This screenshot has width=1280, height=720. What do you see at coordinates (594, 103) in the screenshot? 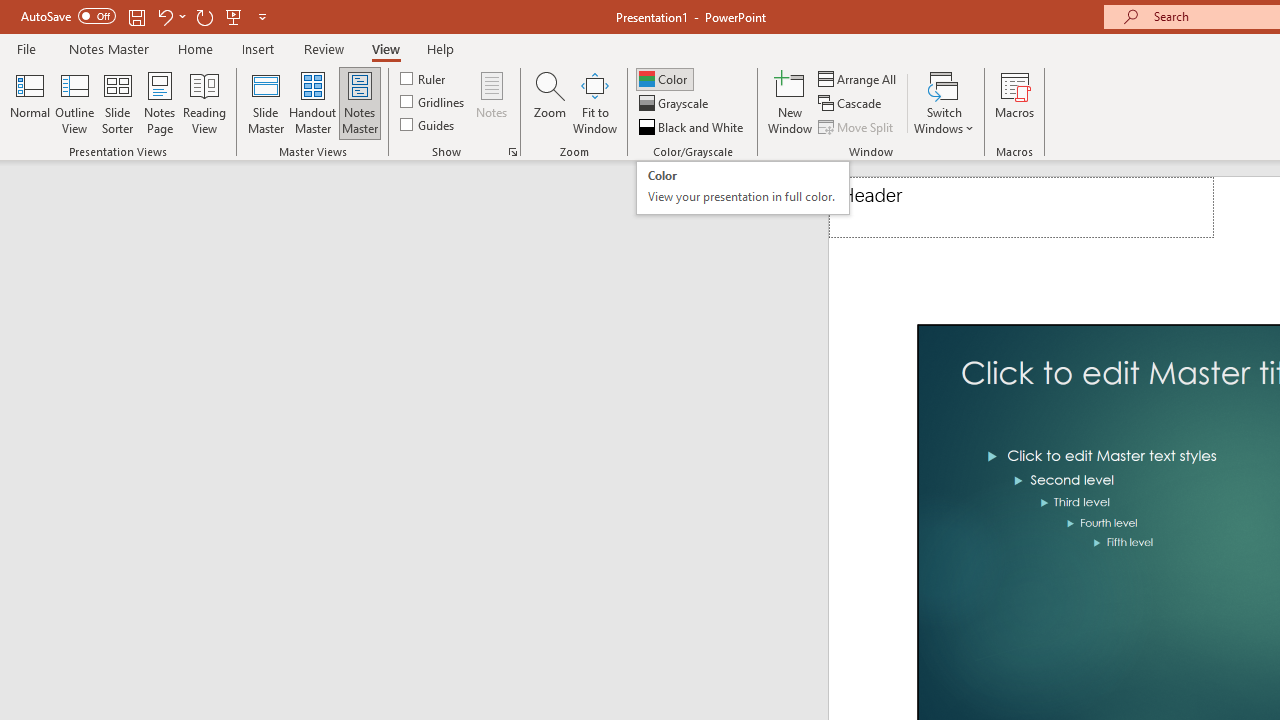
I see `'Fit to Window'` at bounding box center [594, 103].